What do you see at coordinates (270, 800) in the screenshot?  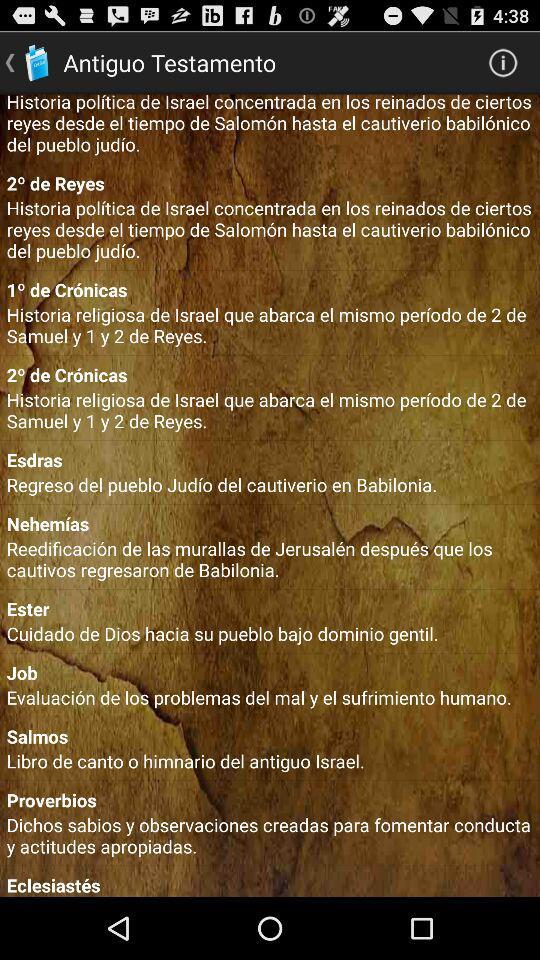 I see `item below the libro de canto app` at bounding box center [270, 800].